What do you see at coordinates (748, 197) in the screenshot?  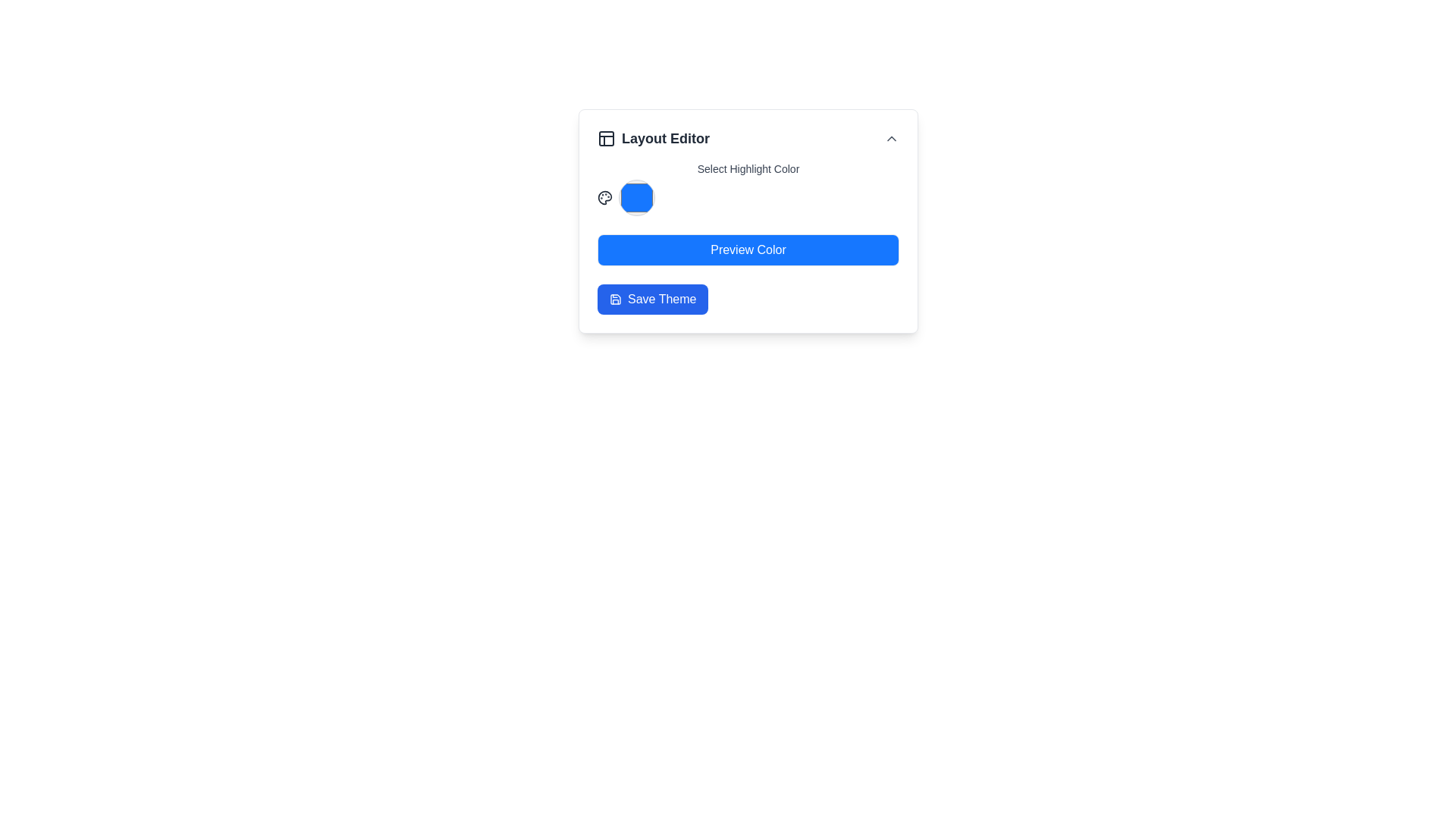 I see `the Interactive Flex Row located beneath the 'Select Highlight Color' title` at bounding box center [748, 197].